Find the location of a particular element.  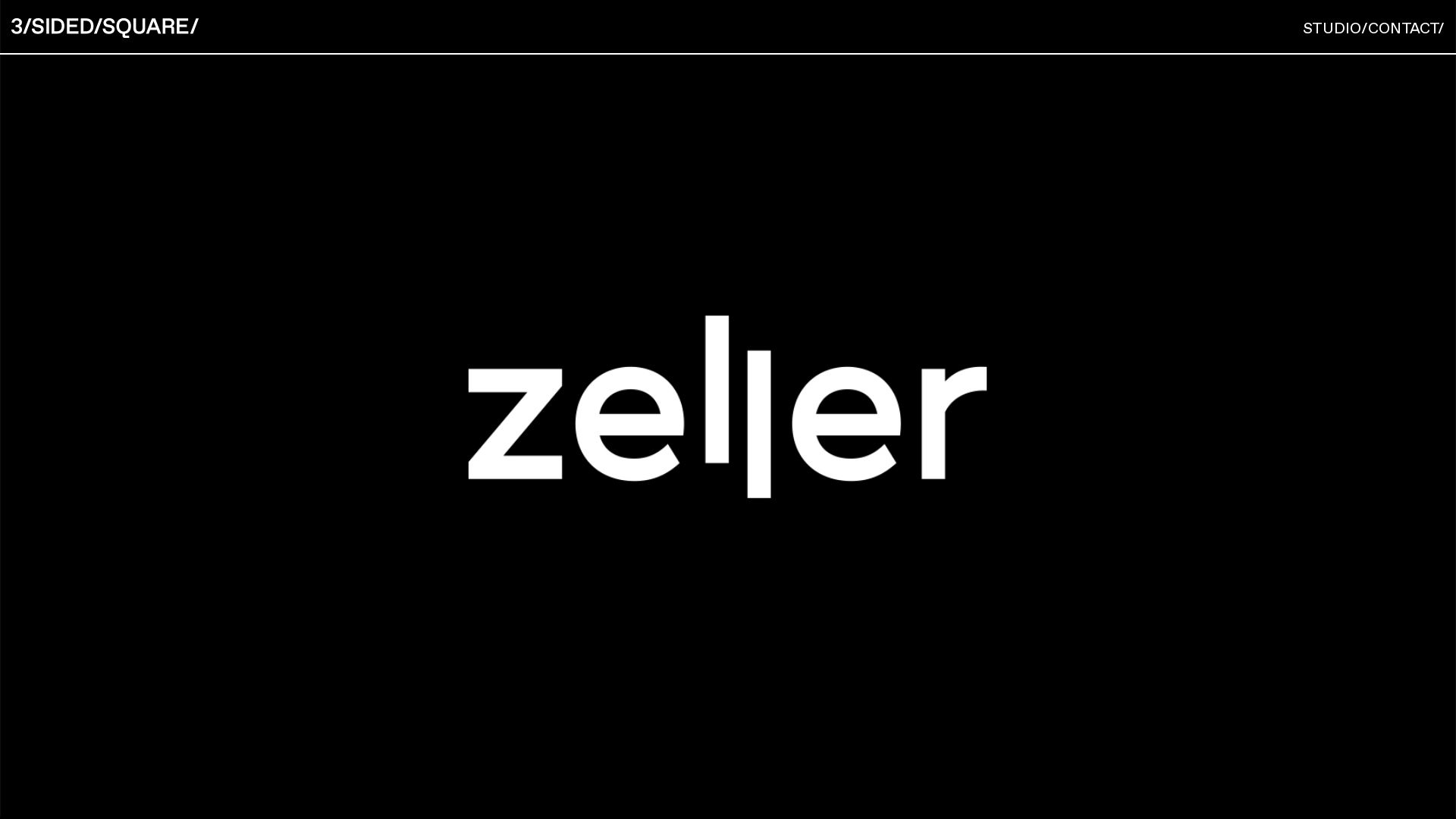

'STUDIO/CONTACT/' is located at coordinates (1302, 28).